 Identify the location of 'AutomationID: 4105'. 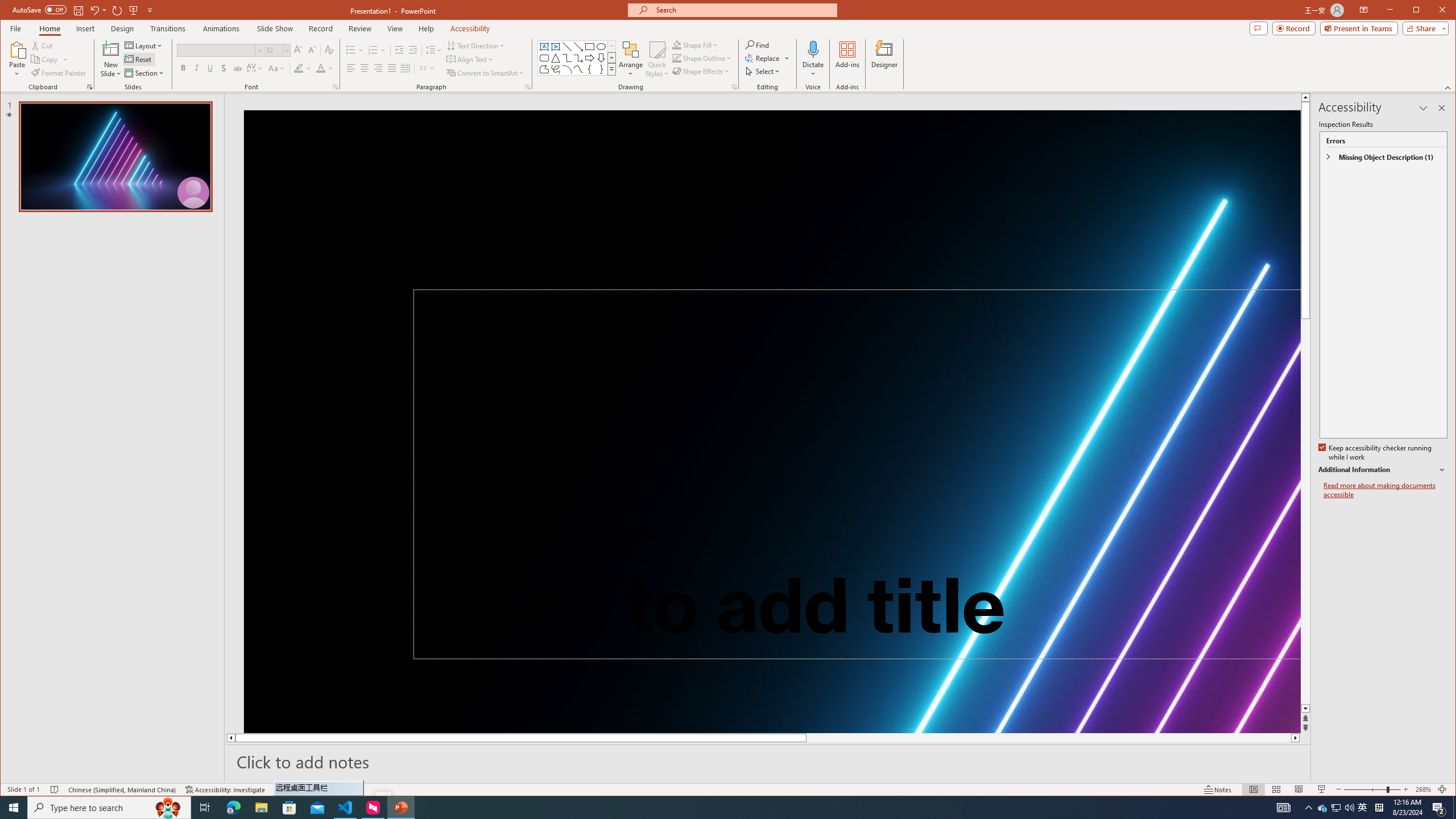
(1283, 806).